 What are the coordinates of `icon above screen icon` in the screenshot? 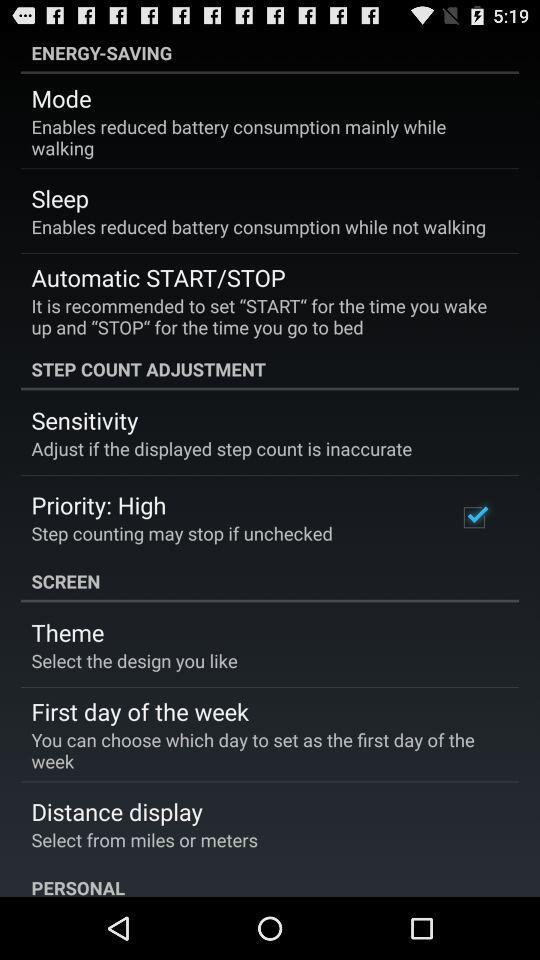 It's located at (473, 516).